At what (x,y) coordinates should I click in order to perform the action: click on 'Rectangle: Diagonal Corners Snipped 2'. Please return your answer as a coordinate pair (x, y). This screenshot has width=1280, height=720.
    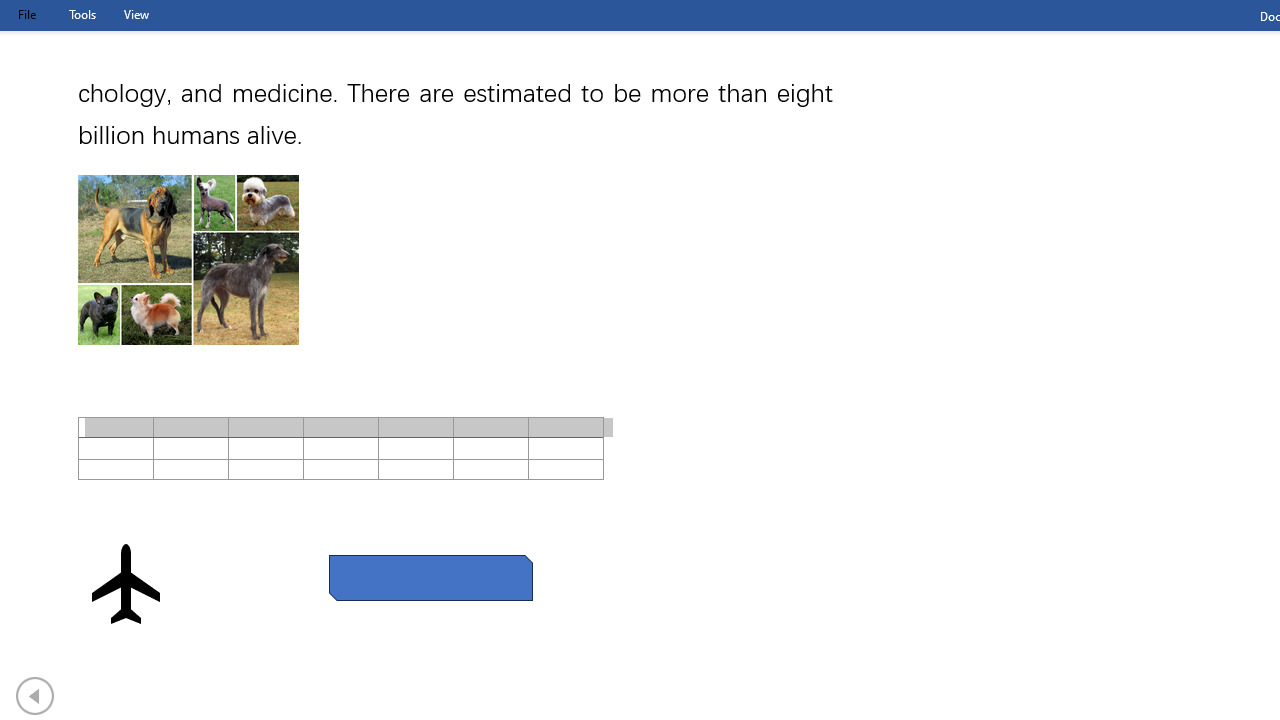
    Looking at the image, I should click on (429, 578).